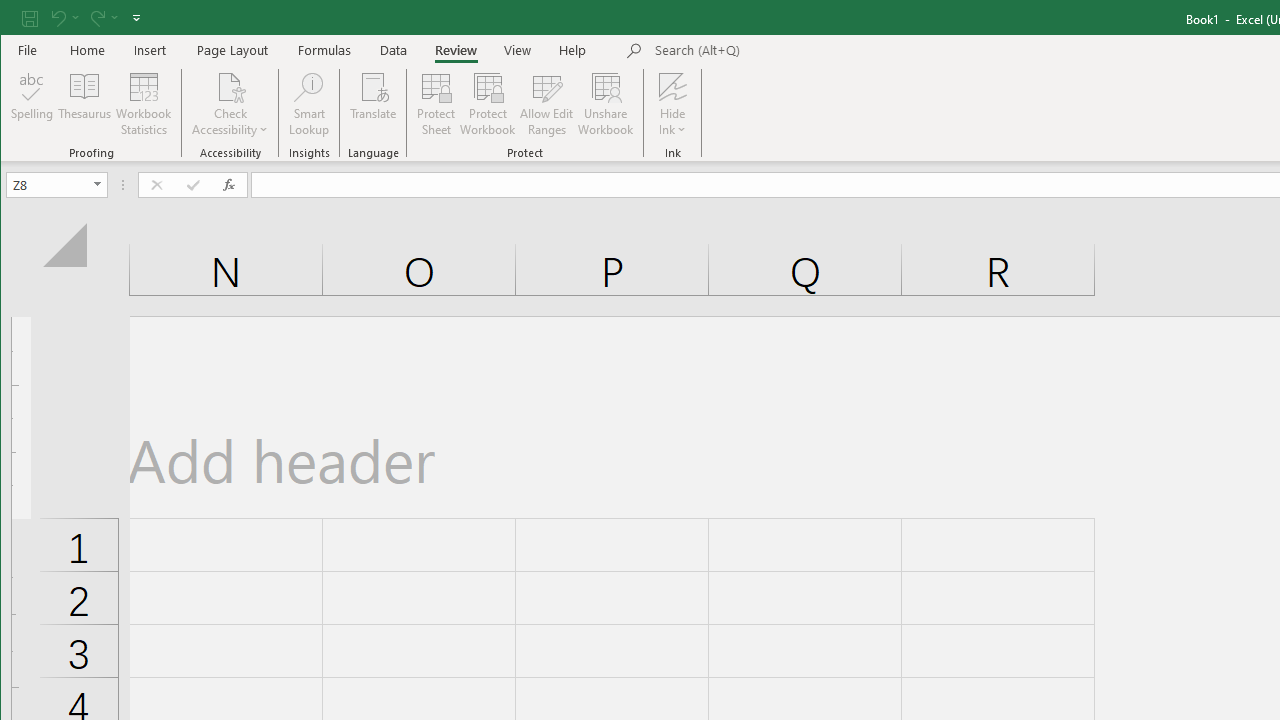  Describe the element at coordinates (488, 104) in the screenshot. I see `'Protect Workbook...'` at that location.